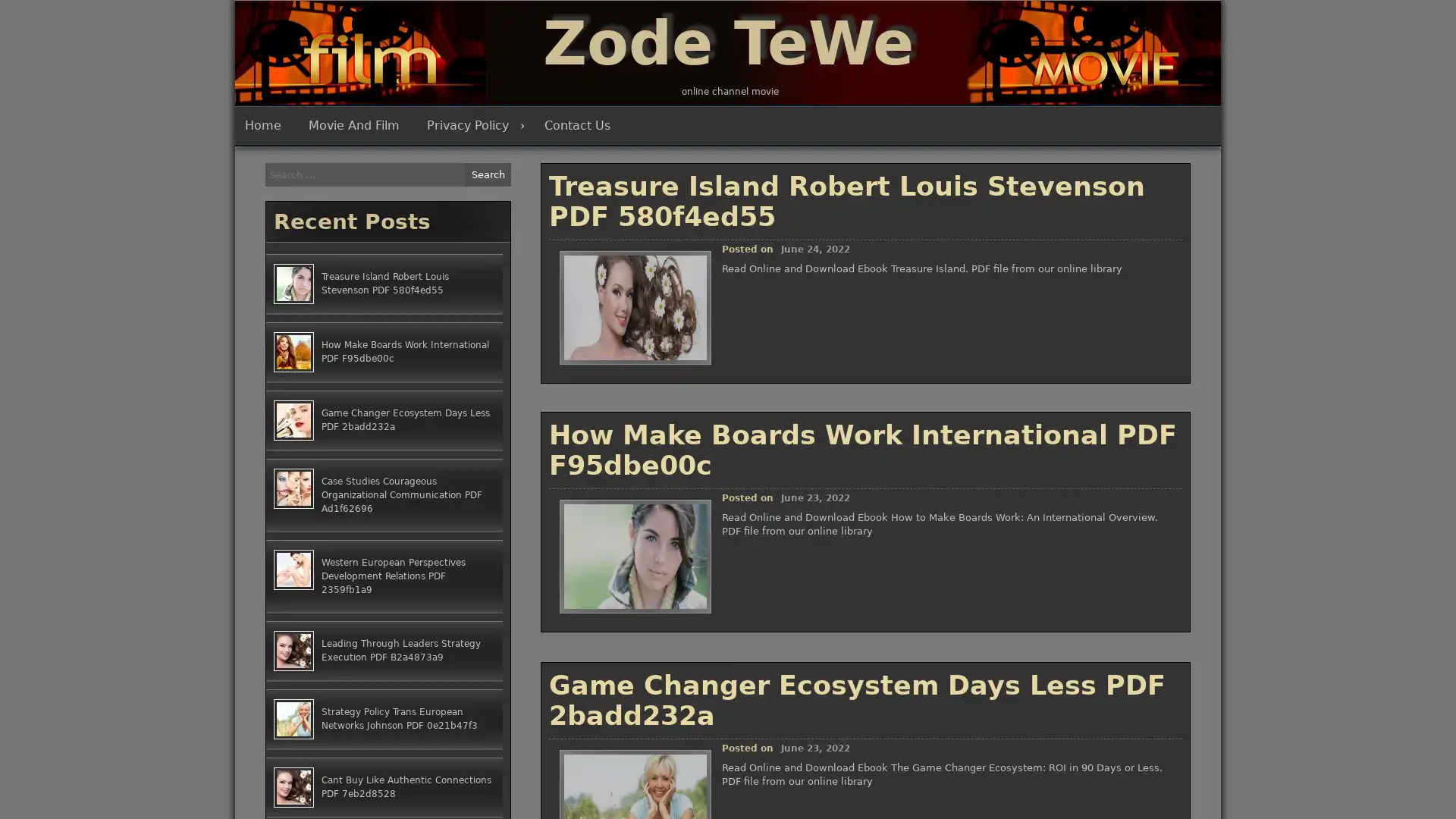 The image size is (1456, 819). Describe the element at coordinates (488, 174) in the screenshot. I see `Search` at that location.